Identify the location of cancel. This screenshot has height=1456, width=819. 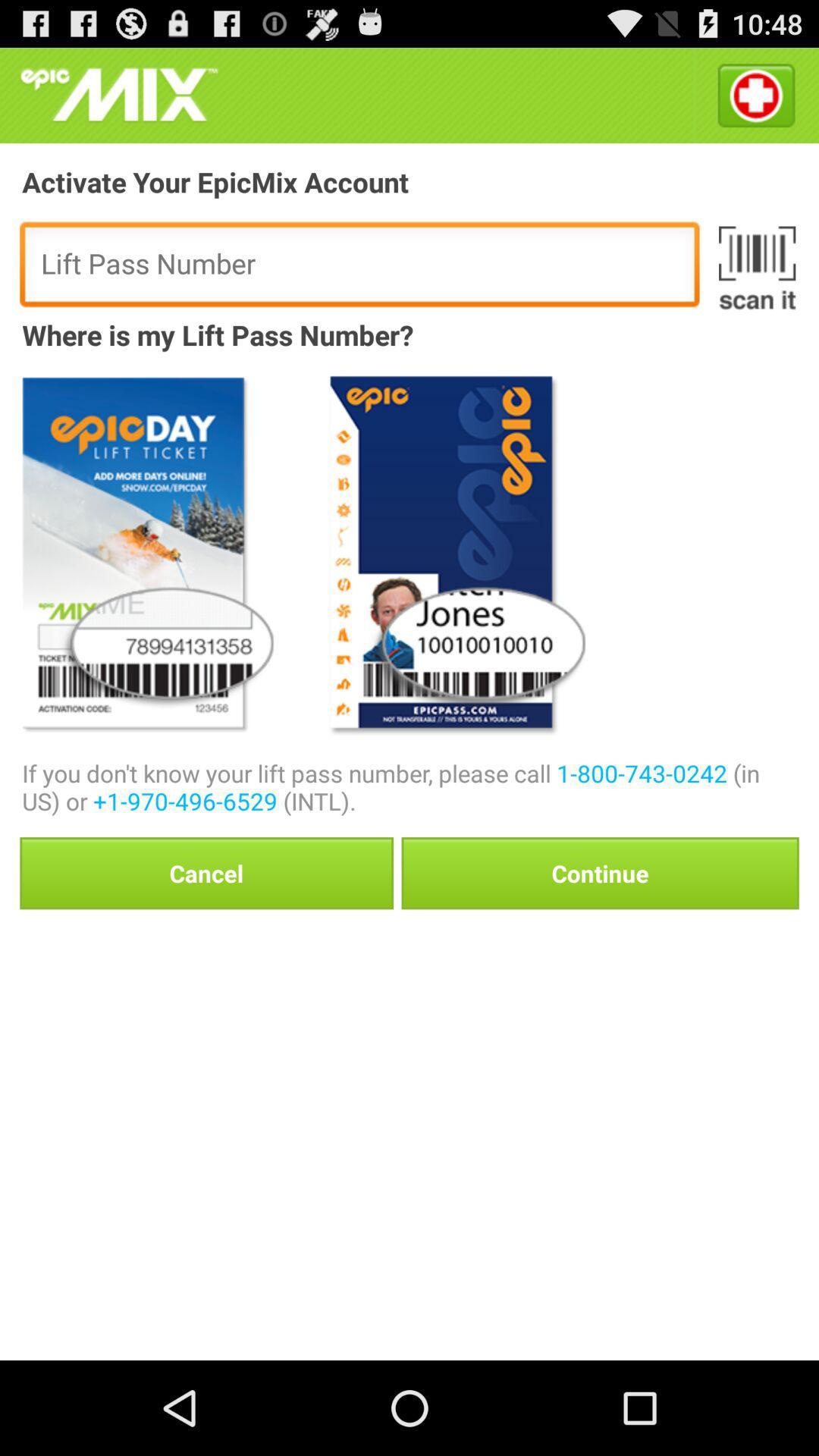
(206, 873).